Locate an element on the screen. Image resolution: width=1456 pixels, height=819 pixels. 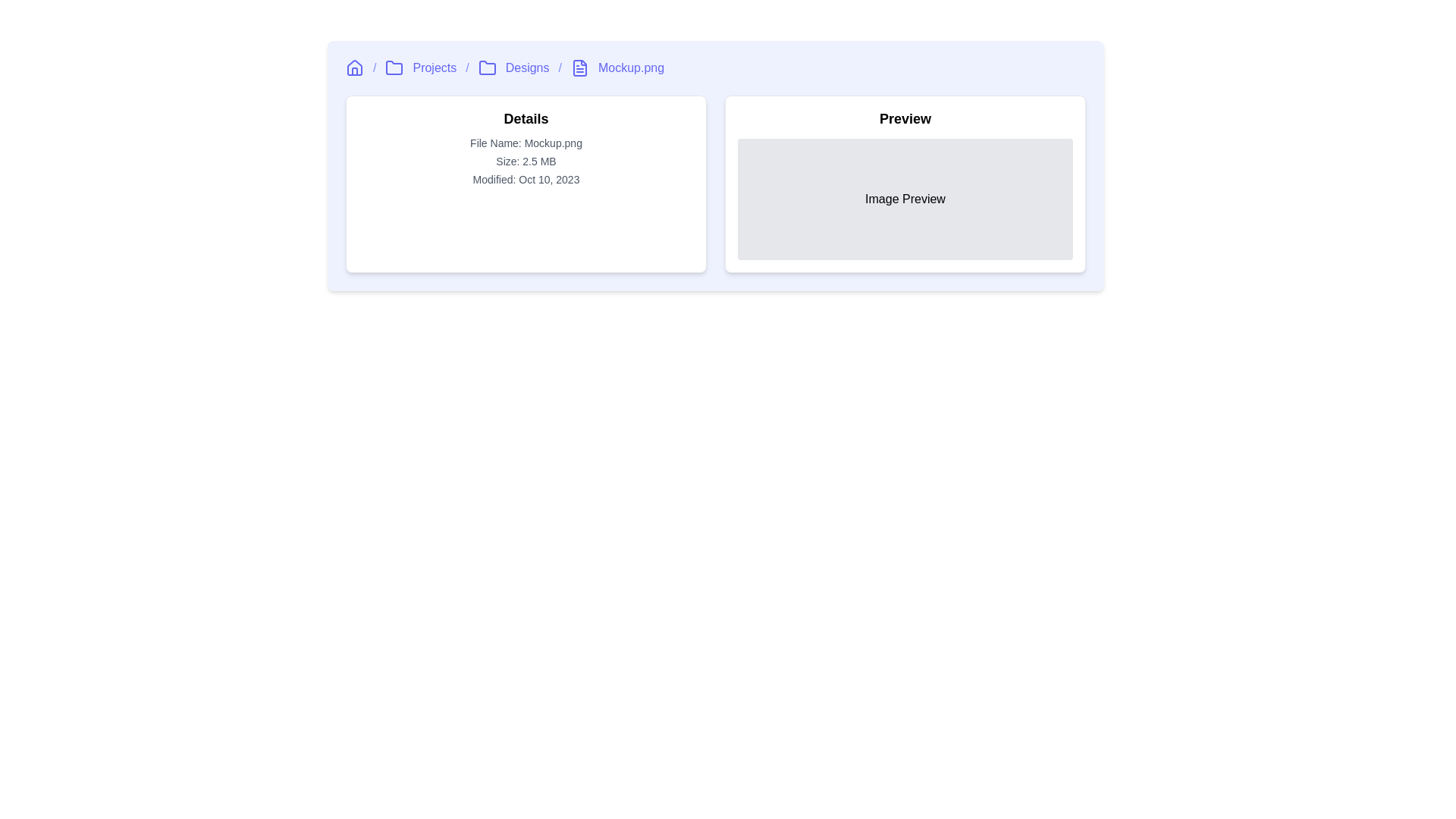
the 'Home' icon located in the breadcrumb navigation bar at the top-left corner is located at coordinates (353, 66).